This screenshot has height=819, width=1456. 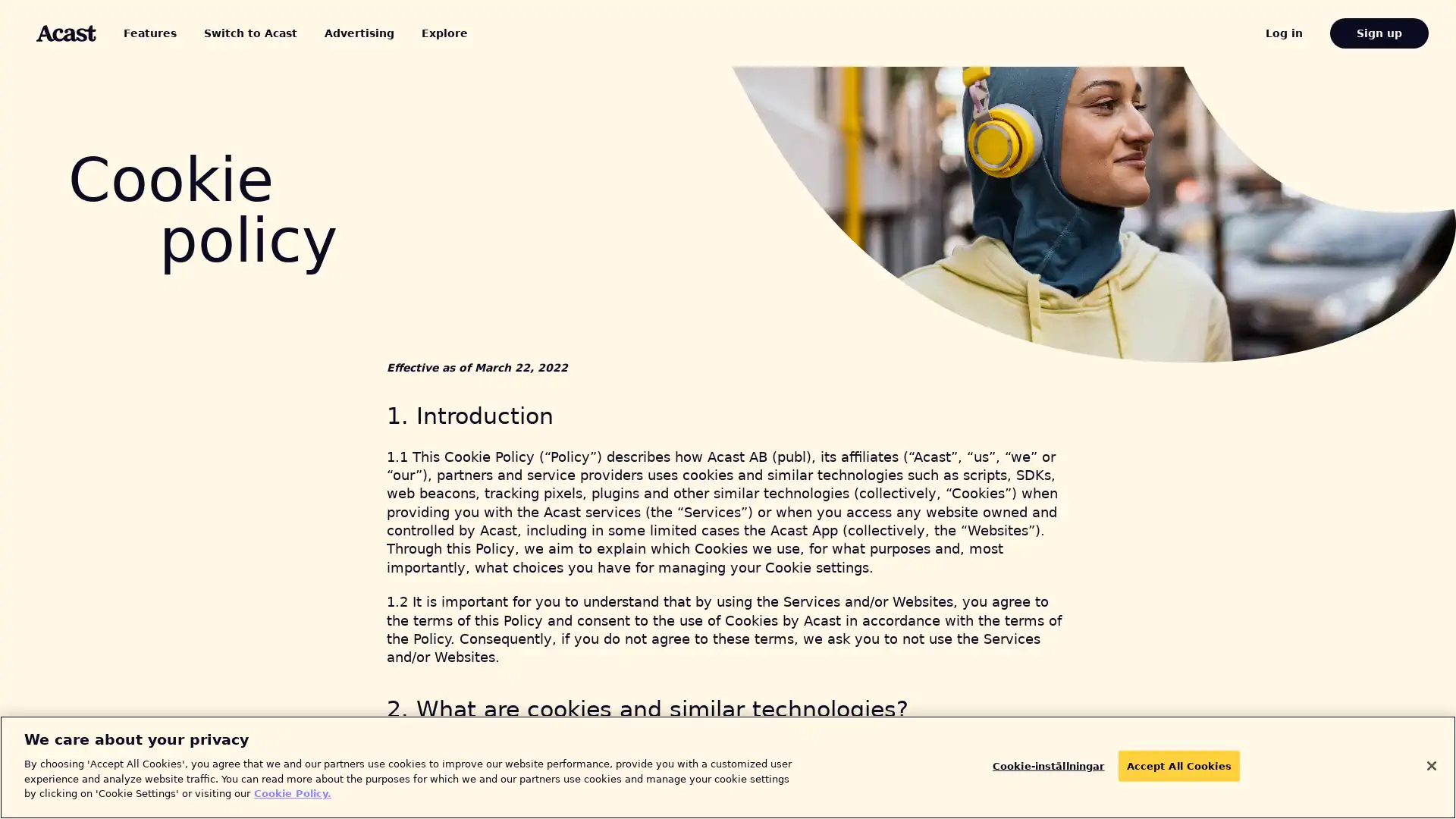 What do you see at coordinates (1417, 780) in the screenshot?
I see `Open Intercom Messenger` at bounding box center [1417, 780].